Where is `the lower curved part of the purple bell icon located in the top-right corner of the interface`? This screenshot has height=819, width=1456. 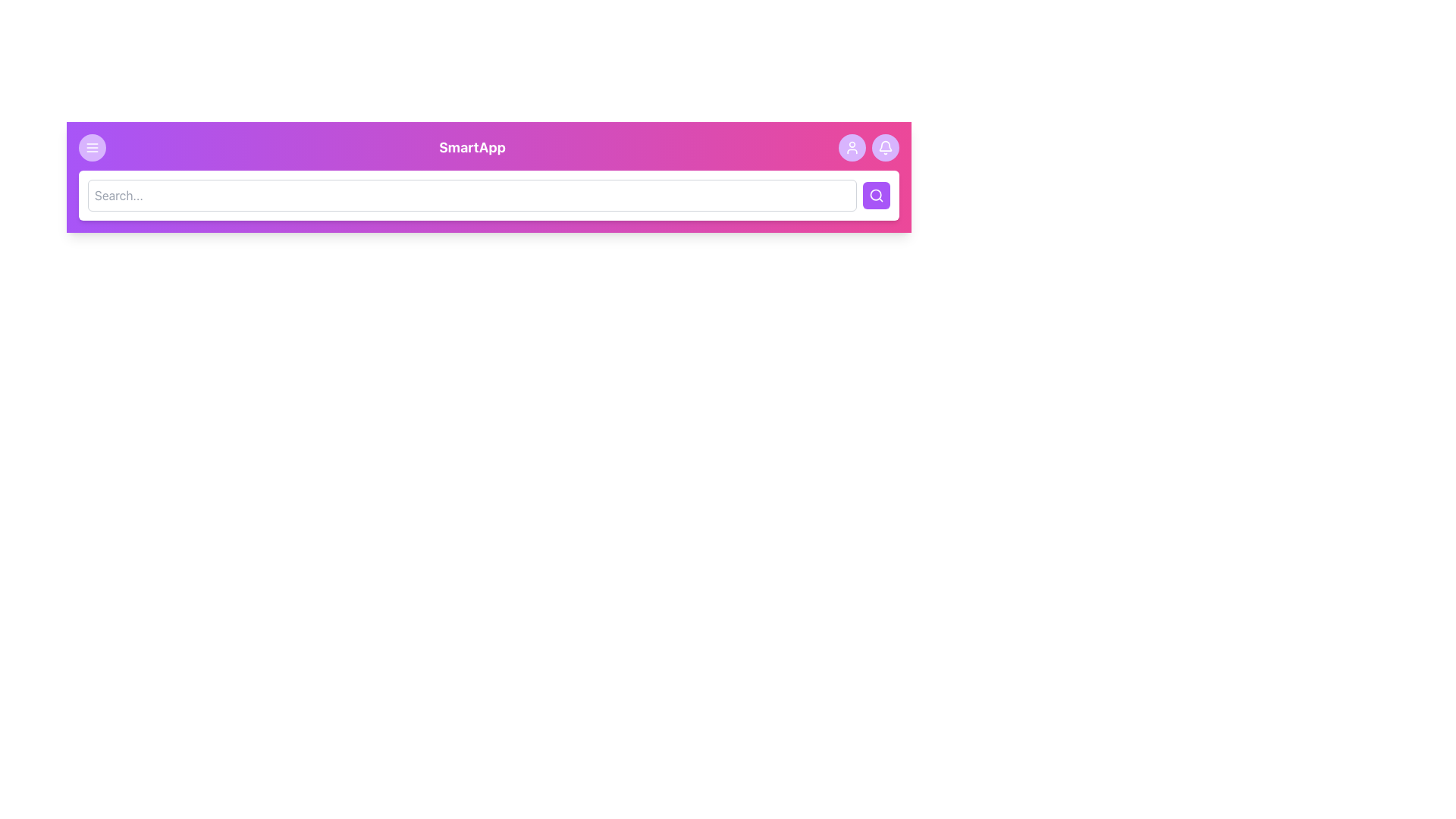
the lower curved part of the purple bell icon located in the top-right corner of the interface is located at coordinates (885, 146).